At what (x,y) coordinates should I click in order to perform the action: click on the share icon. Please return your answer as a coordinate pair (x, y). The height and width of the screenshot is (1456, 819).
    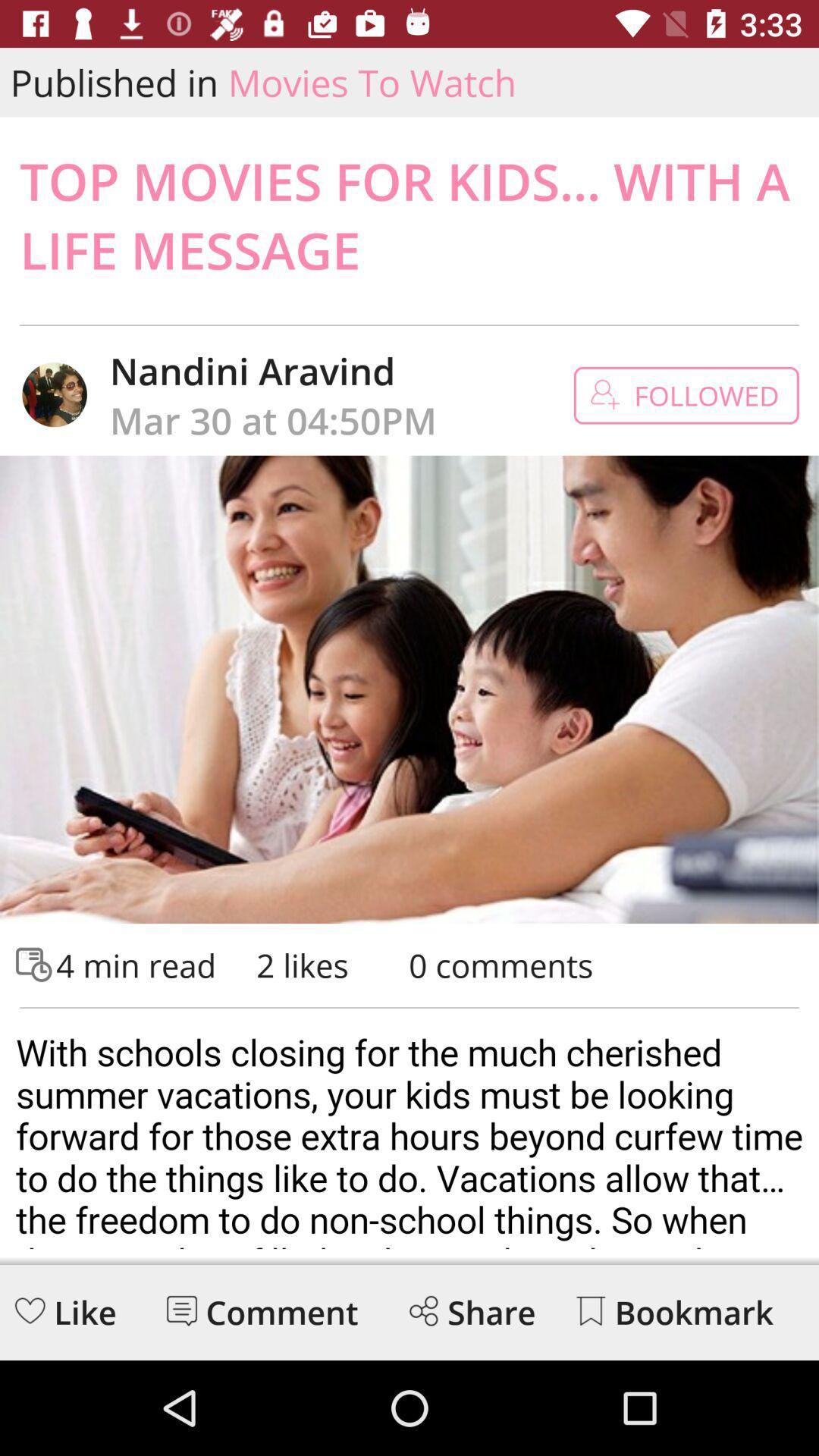
    Looking at the image, I should click on (423, 1310).